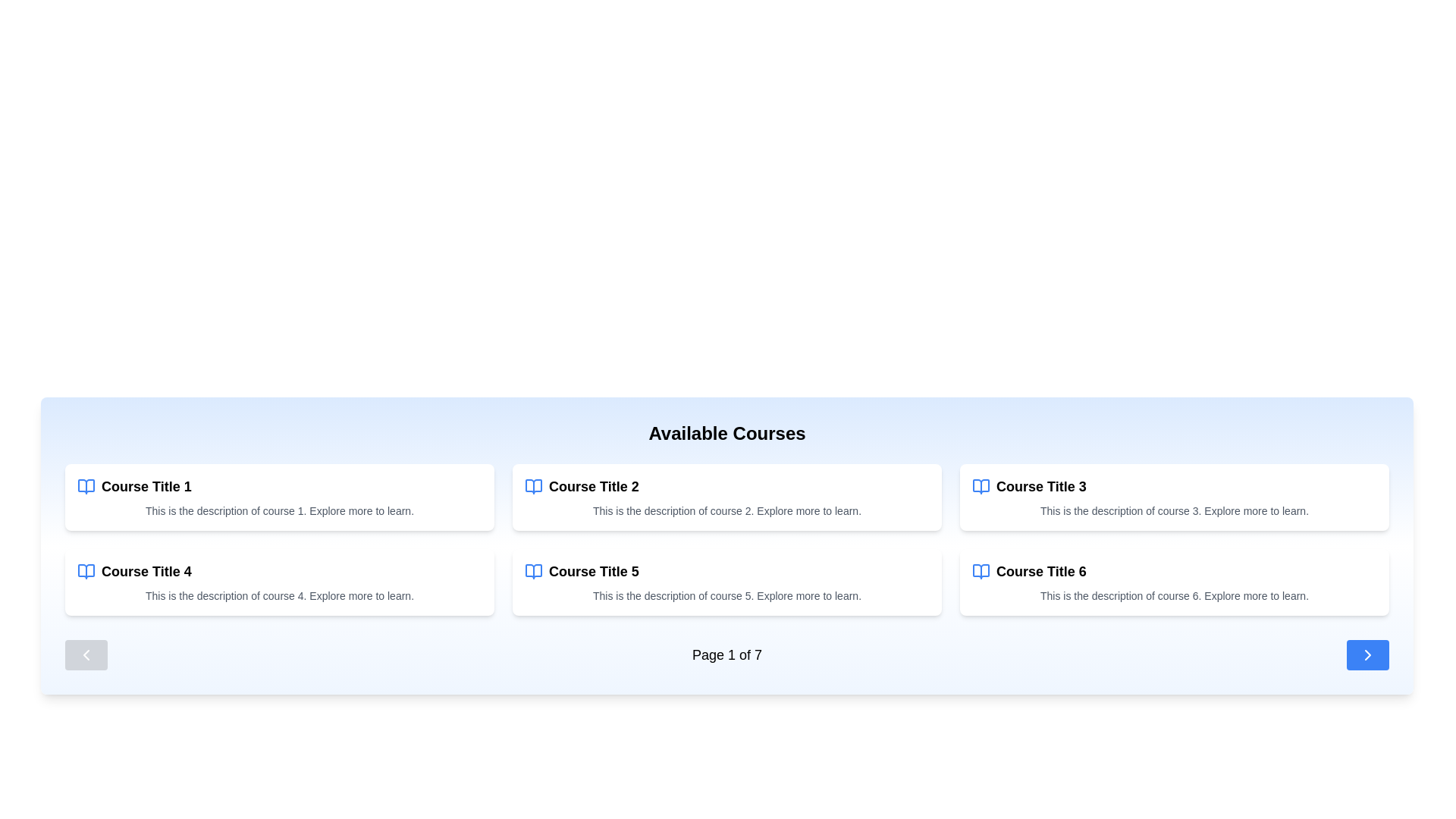 This screenshot has width=1456, height=819. What do you see at coordinates (726, 581) in the screenshot?
I see `the informational card displaying 'Course Title 5', which presents its title and description, located in the middle row and central column of the grid` at bounding box center [726, 581].